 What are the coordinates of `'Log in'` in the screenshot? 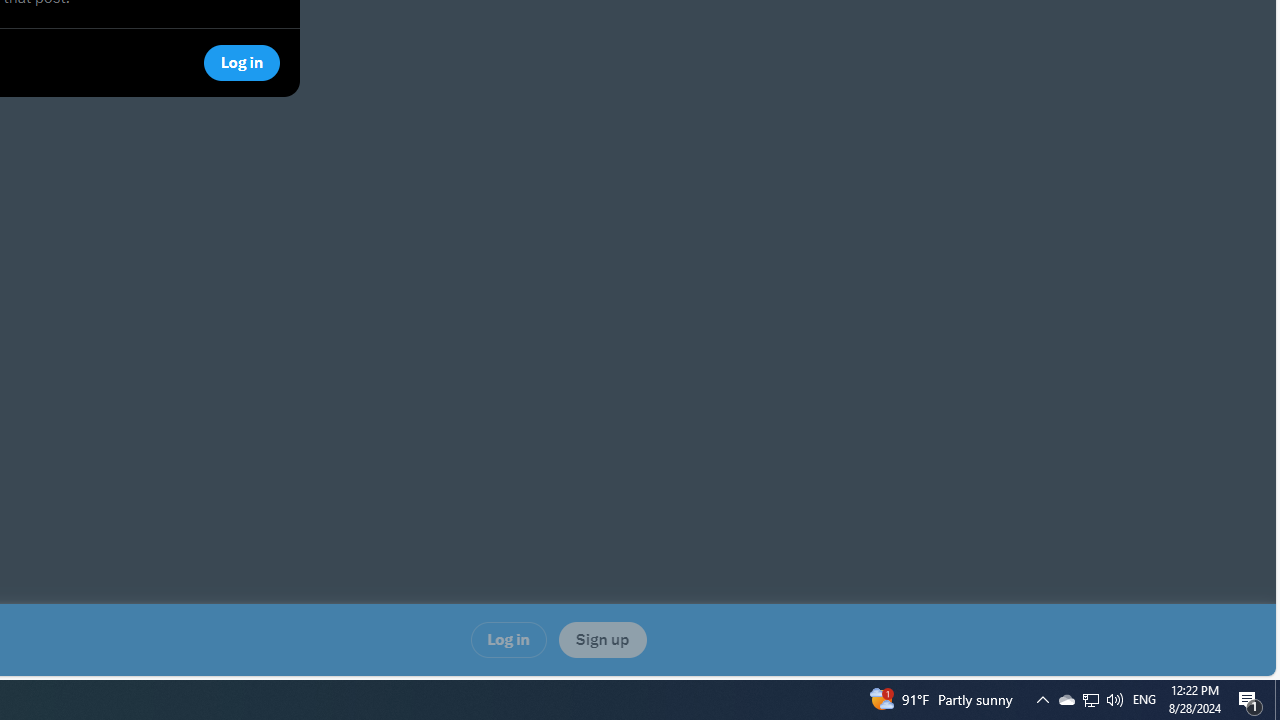 It's located at (508, 640).